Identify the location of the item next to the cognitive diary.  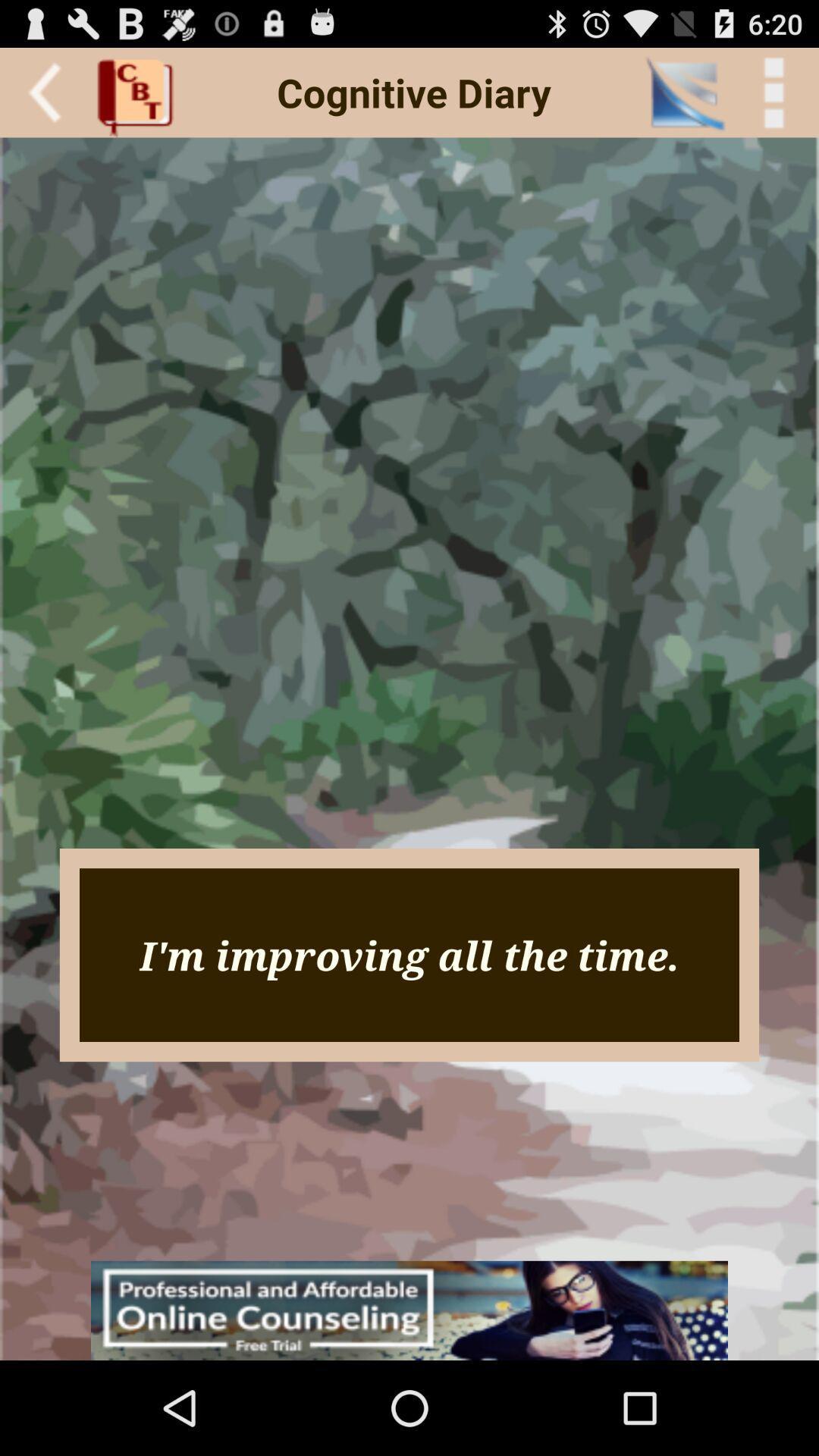
(684, 92).